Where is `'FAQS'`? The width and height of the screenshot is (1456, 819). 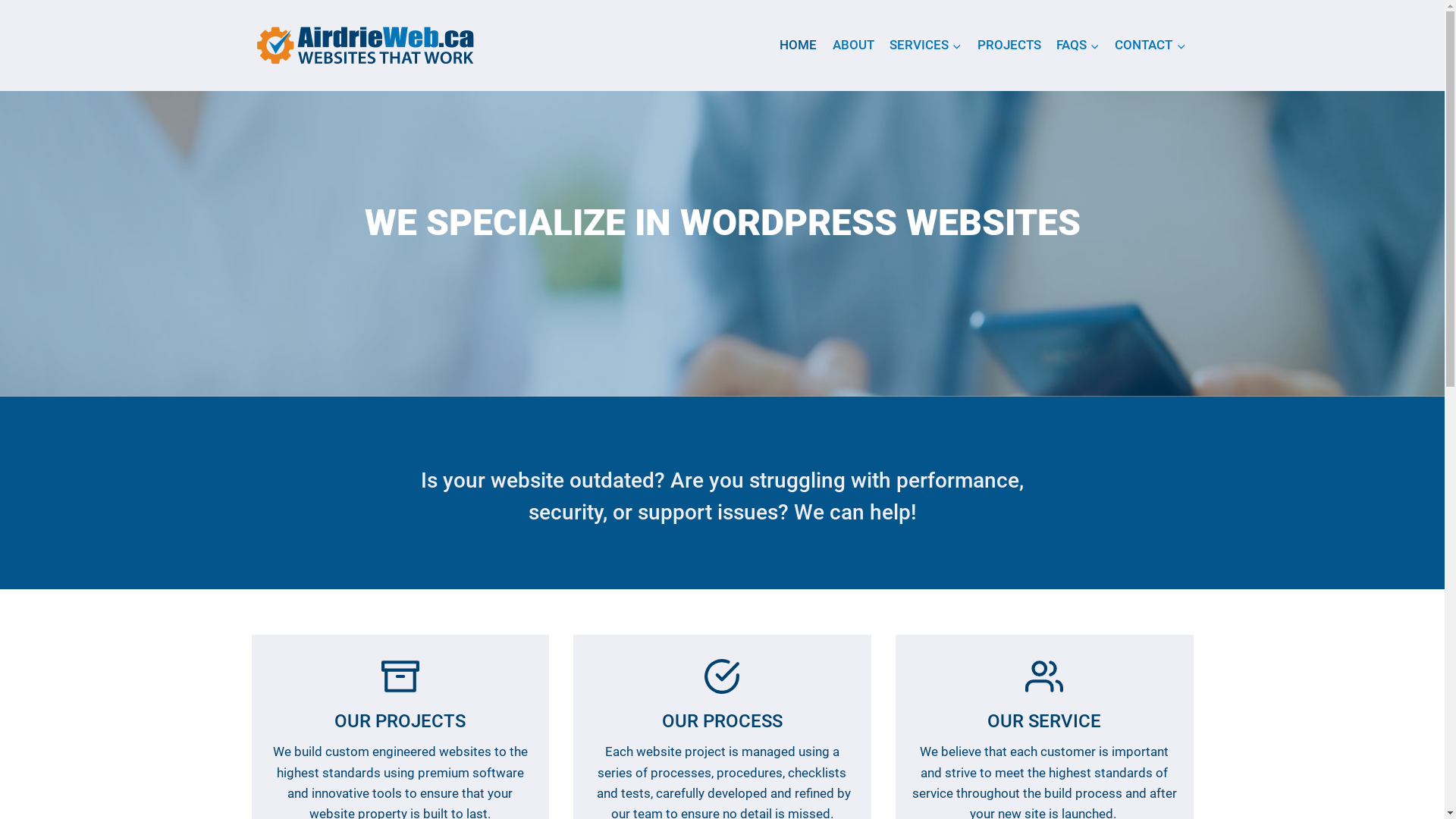
'FAQS' is located at coordinates (1077, 45).